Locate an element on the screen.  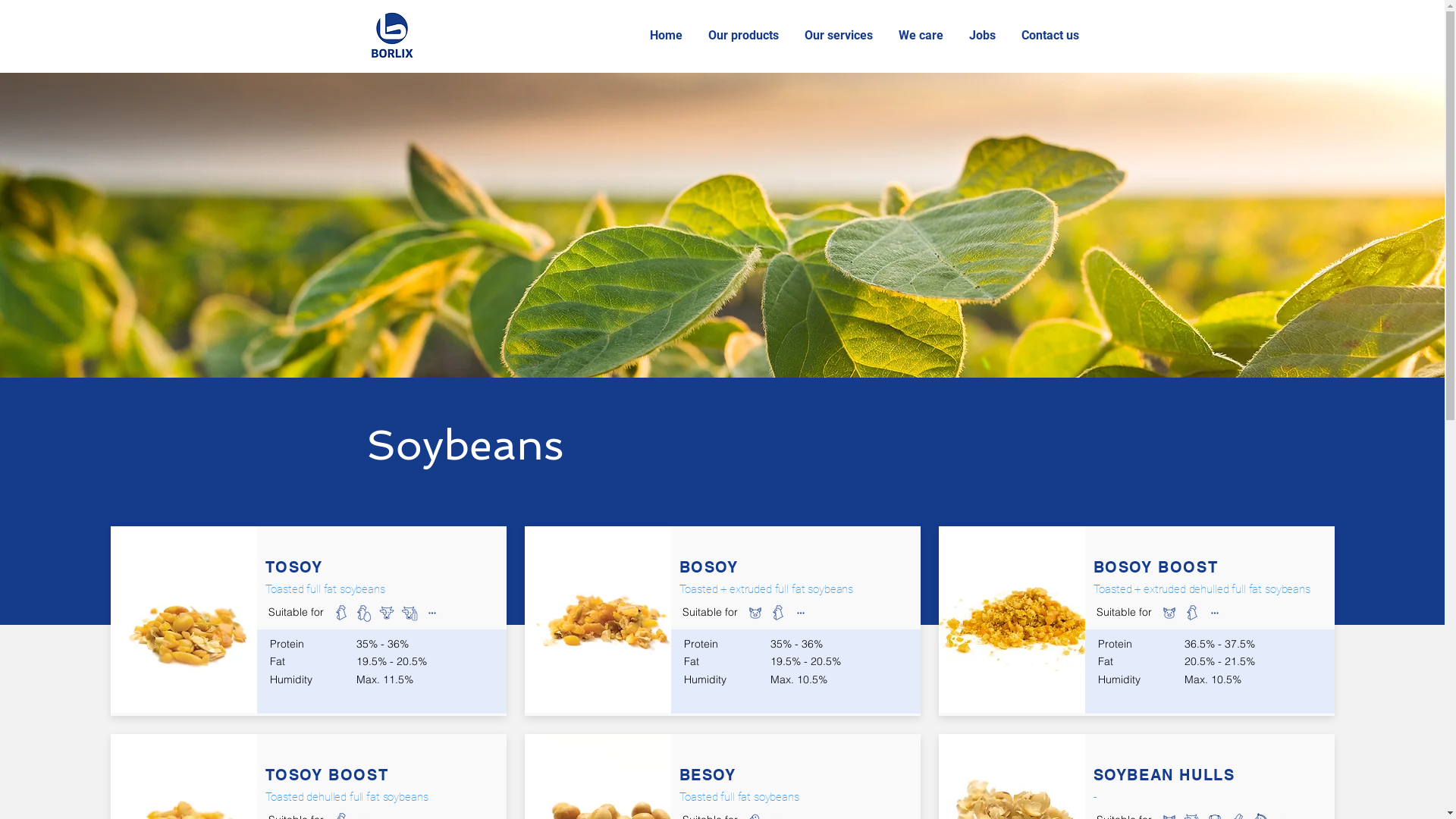
'Layers' is located at coordinates (362, 610).